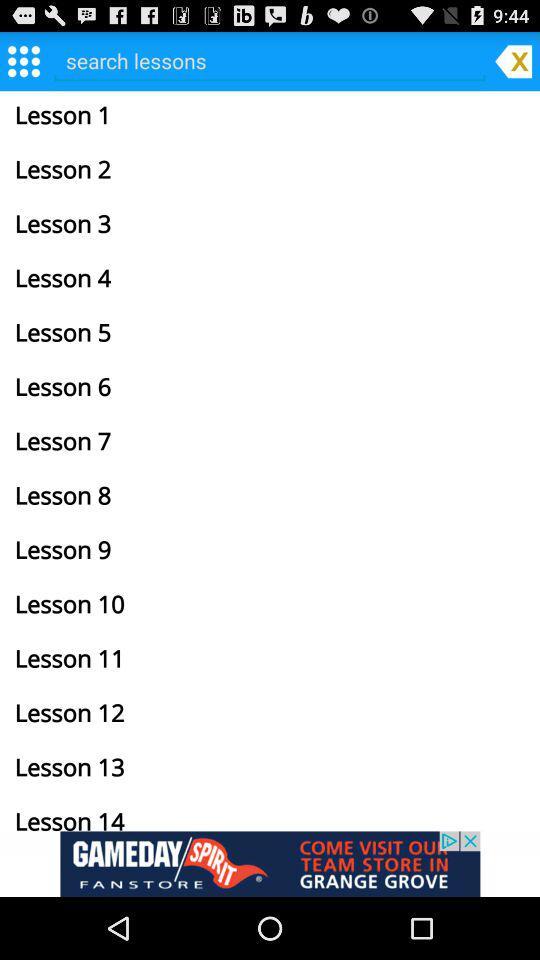 This screenshot has height=960, width=540. I want to click on the dialpad icon, so click(22, 65).